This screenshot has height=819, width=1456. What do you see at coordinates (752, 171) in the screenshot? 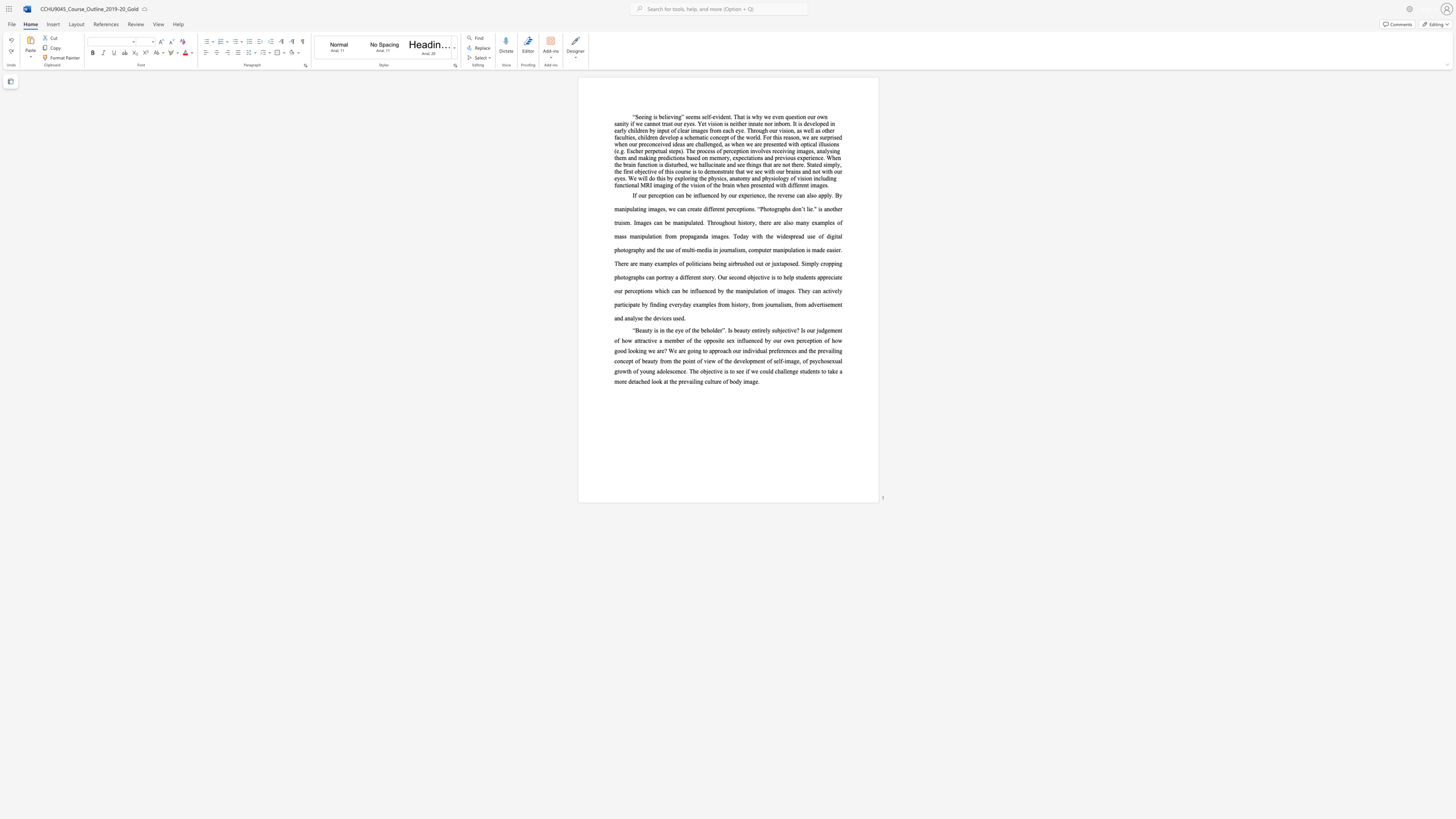
I see `the 33th character "e" in the text` at bounding box center [752, 171].